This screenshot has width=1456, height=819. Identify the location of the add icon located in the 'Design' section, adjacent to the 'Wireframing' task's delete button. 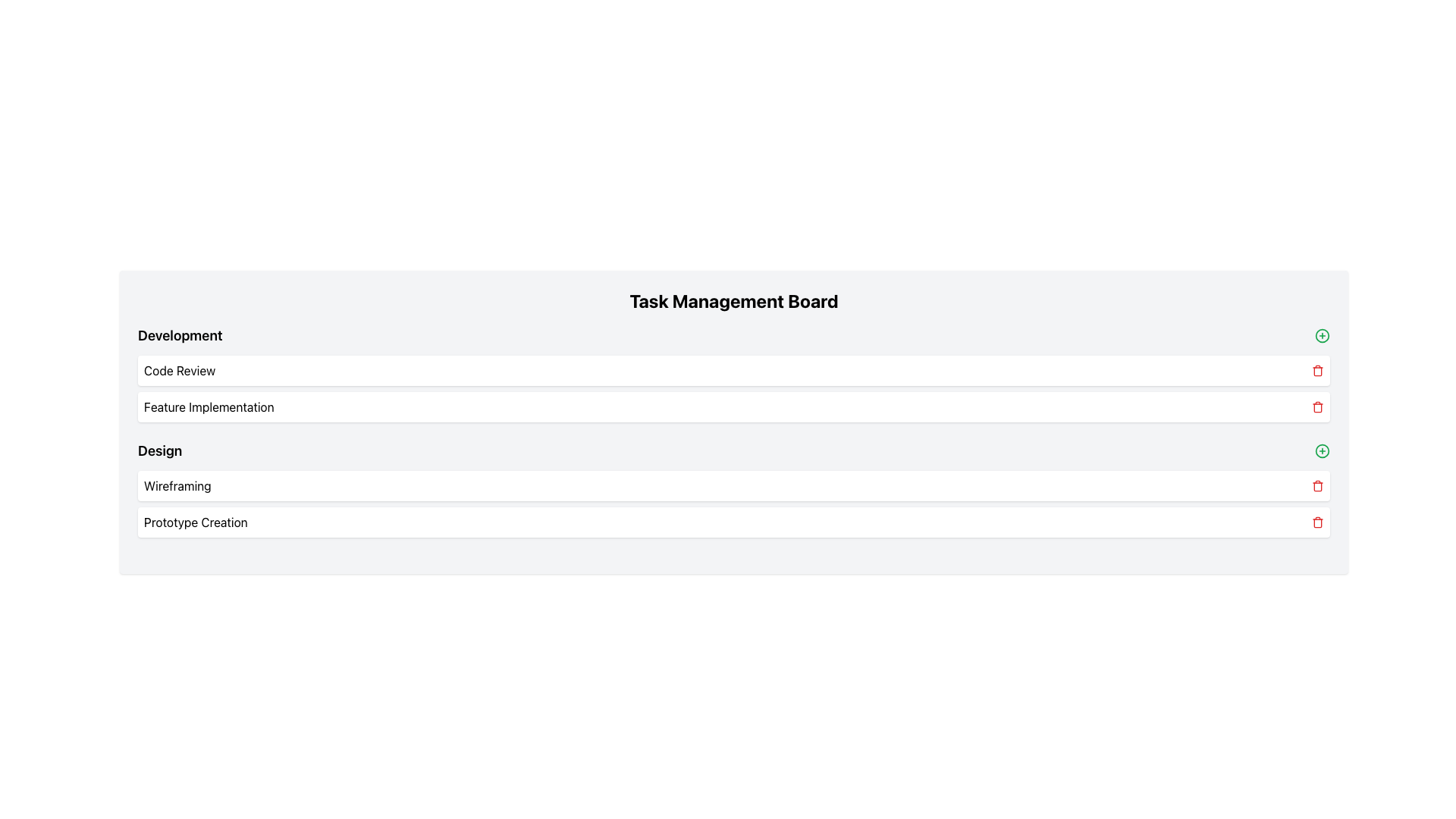
(1321, 335).